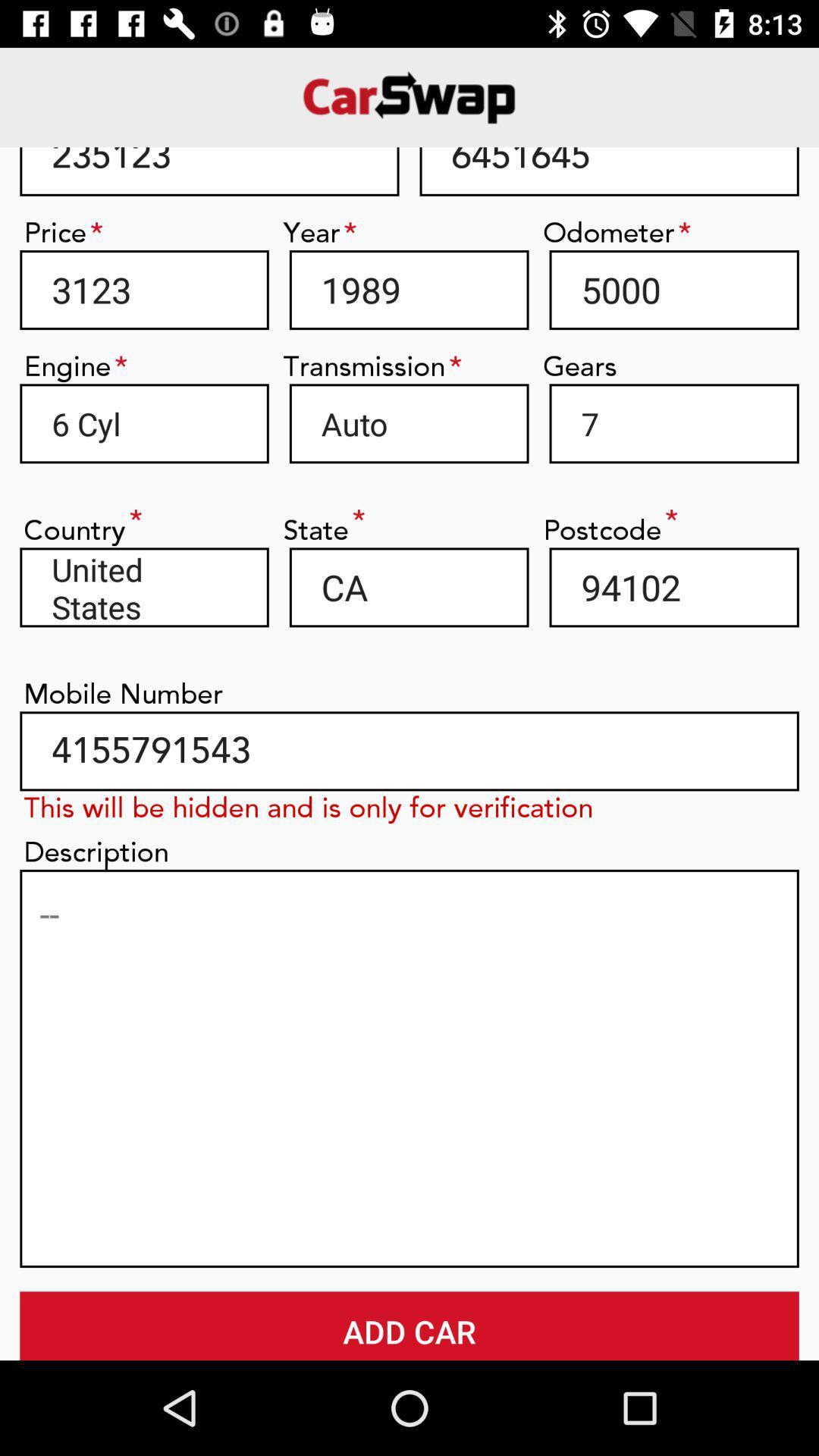 The width and height of the screenshot is (819, 1456). Describe the element at coordinates (408, 586) in the screenshot. I see `ca icon` at that location.